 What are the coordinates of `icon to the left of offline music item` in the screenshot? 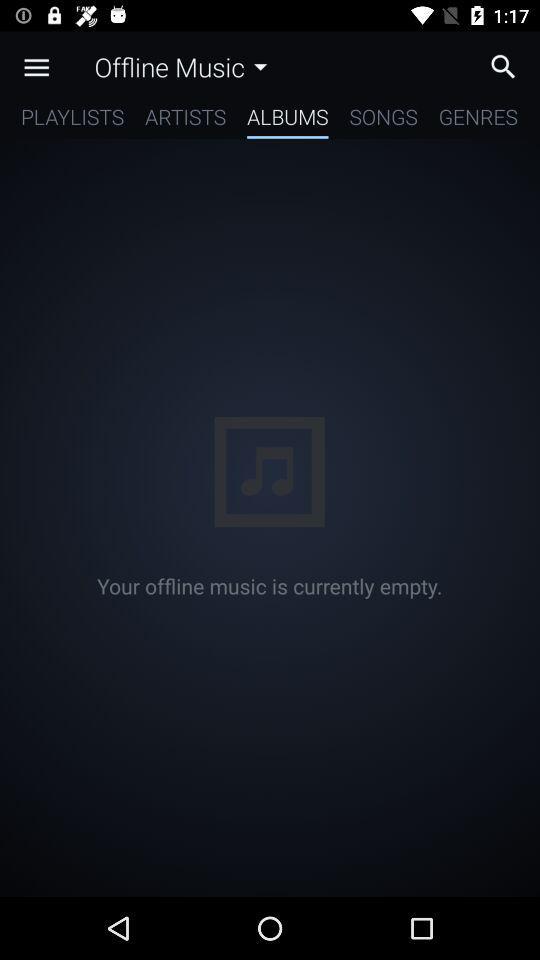 It's located at (36, 67).